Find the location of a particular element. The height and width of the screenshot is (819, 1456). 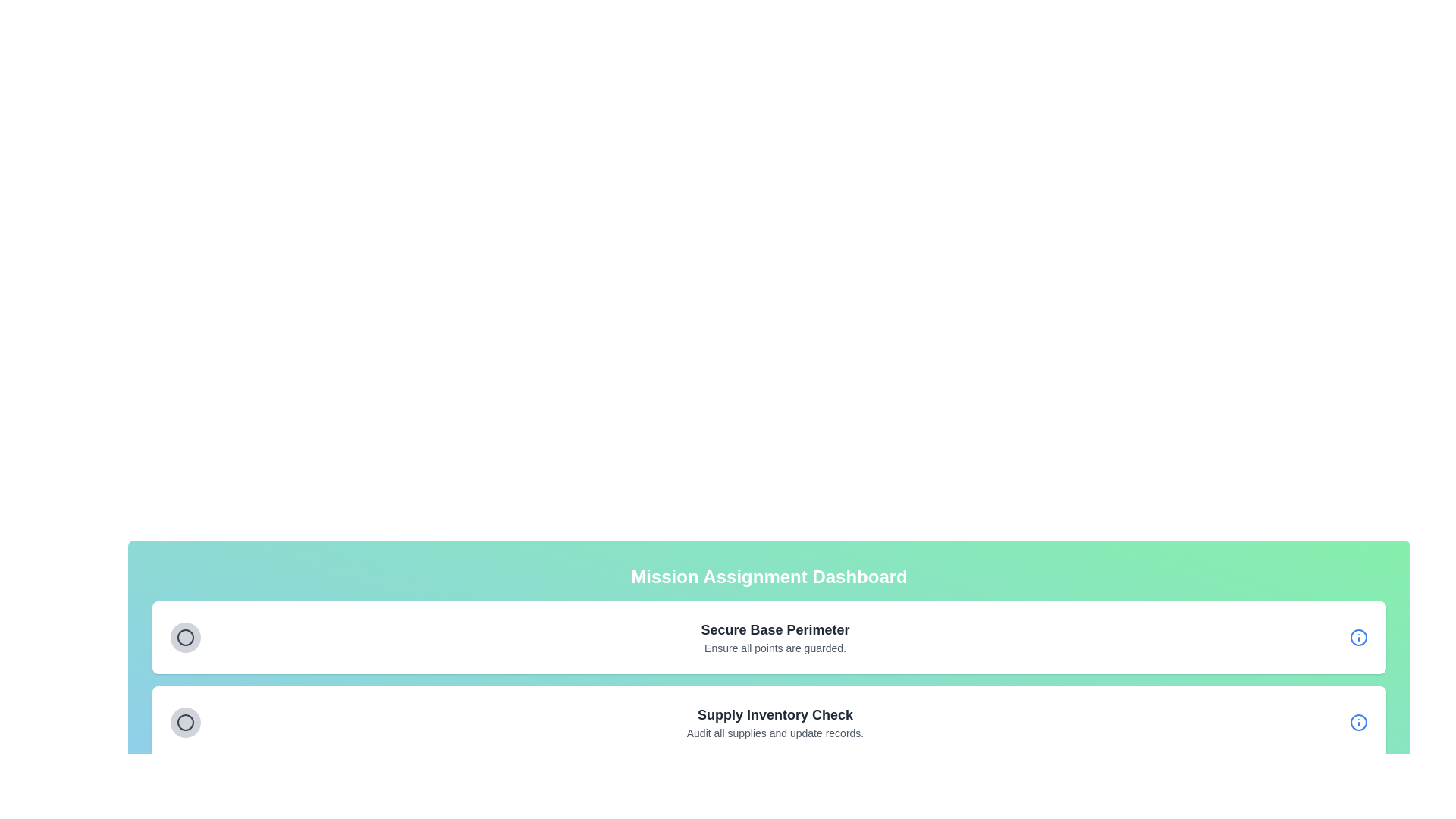

the 'Info' icon of the task 'Secure Base Perimeter' to view its details is located at coordinates (1358, 637).